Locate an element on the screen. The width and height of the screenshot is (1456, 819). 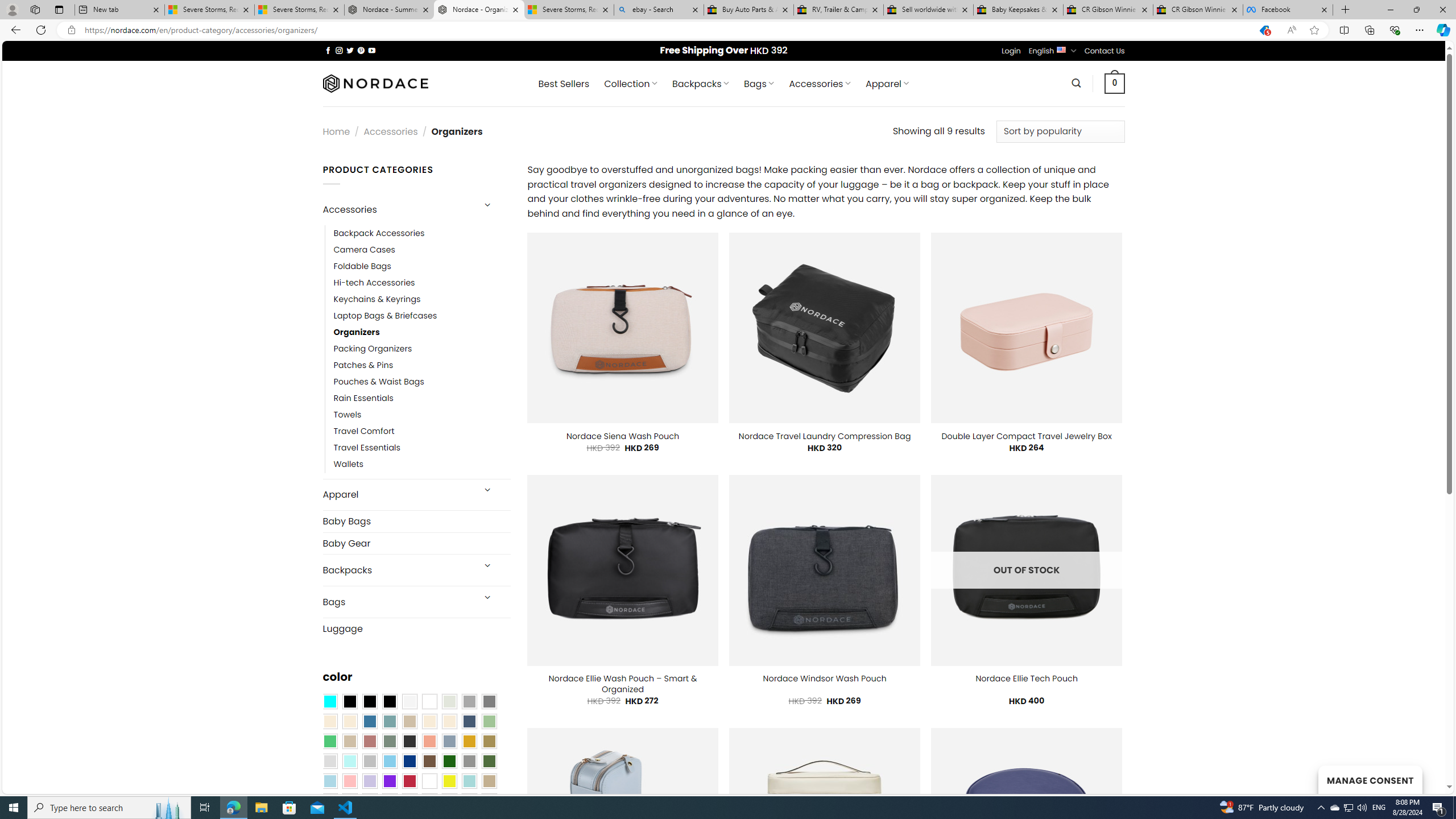
'All Black' is located at coordinates (349, 701).